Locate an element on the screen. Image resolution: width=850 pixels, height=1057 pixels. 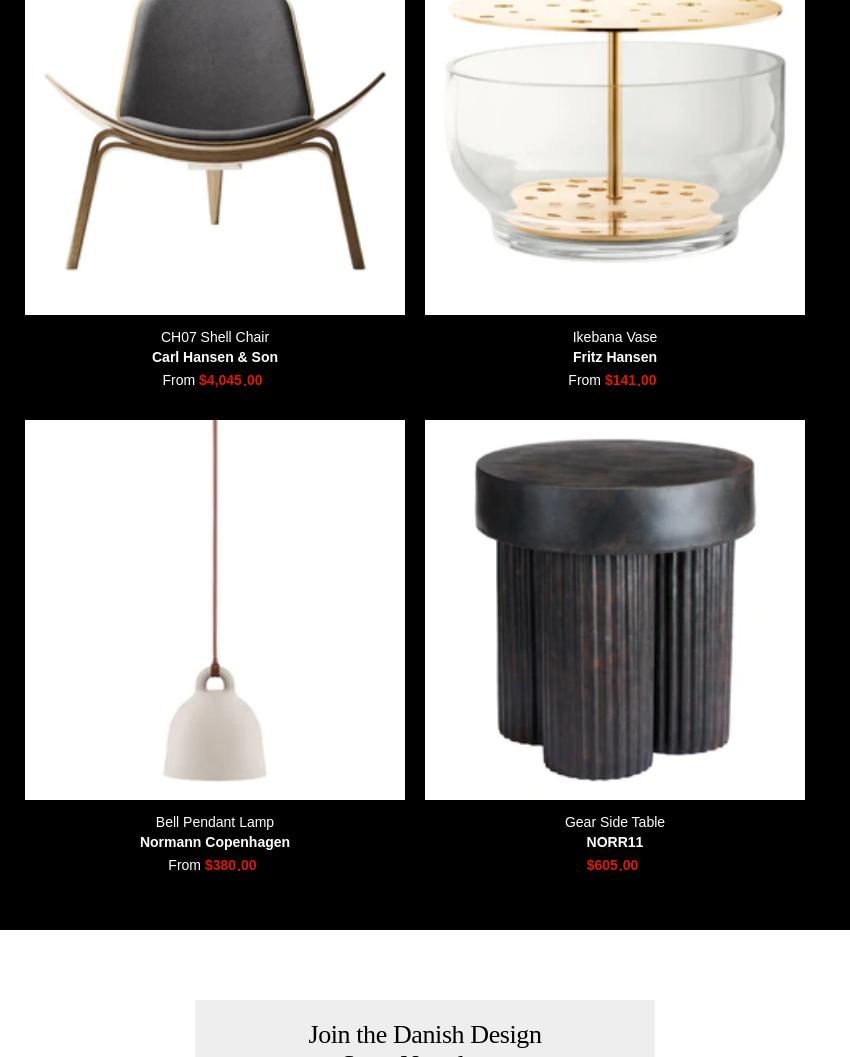
'Normann Copenhagen' is located at coordinates (138, 839).